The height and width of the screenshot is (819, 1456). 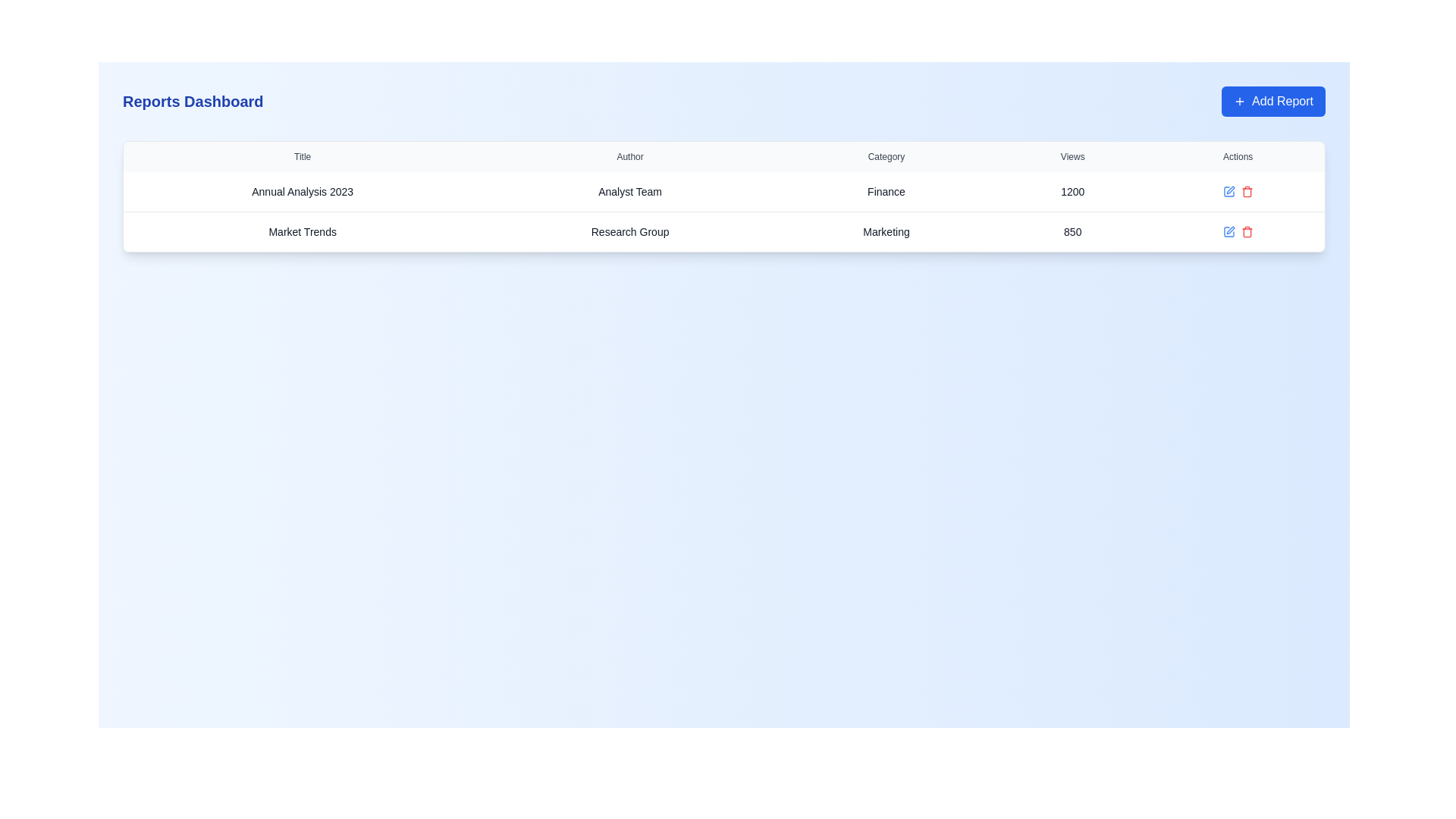 What do you see at coordinates (303, 191) in the screenshot?
I see `the text label displaying 'Annual Analysis 2023' in the first row of the table under the 'Title' column` at bounding box center [303, 191].